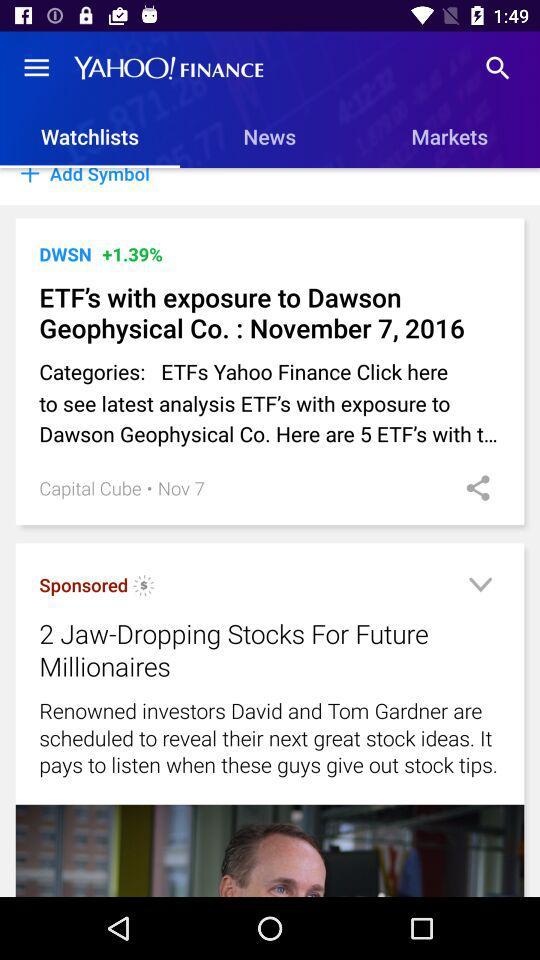 The image size is (540, 960). Describe the element at coordinates (270, 402) in the screenshot. I see `the icon below the etf s with item` at that location.